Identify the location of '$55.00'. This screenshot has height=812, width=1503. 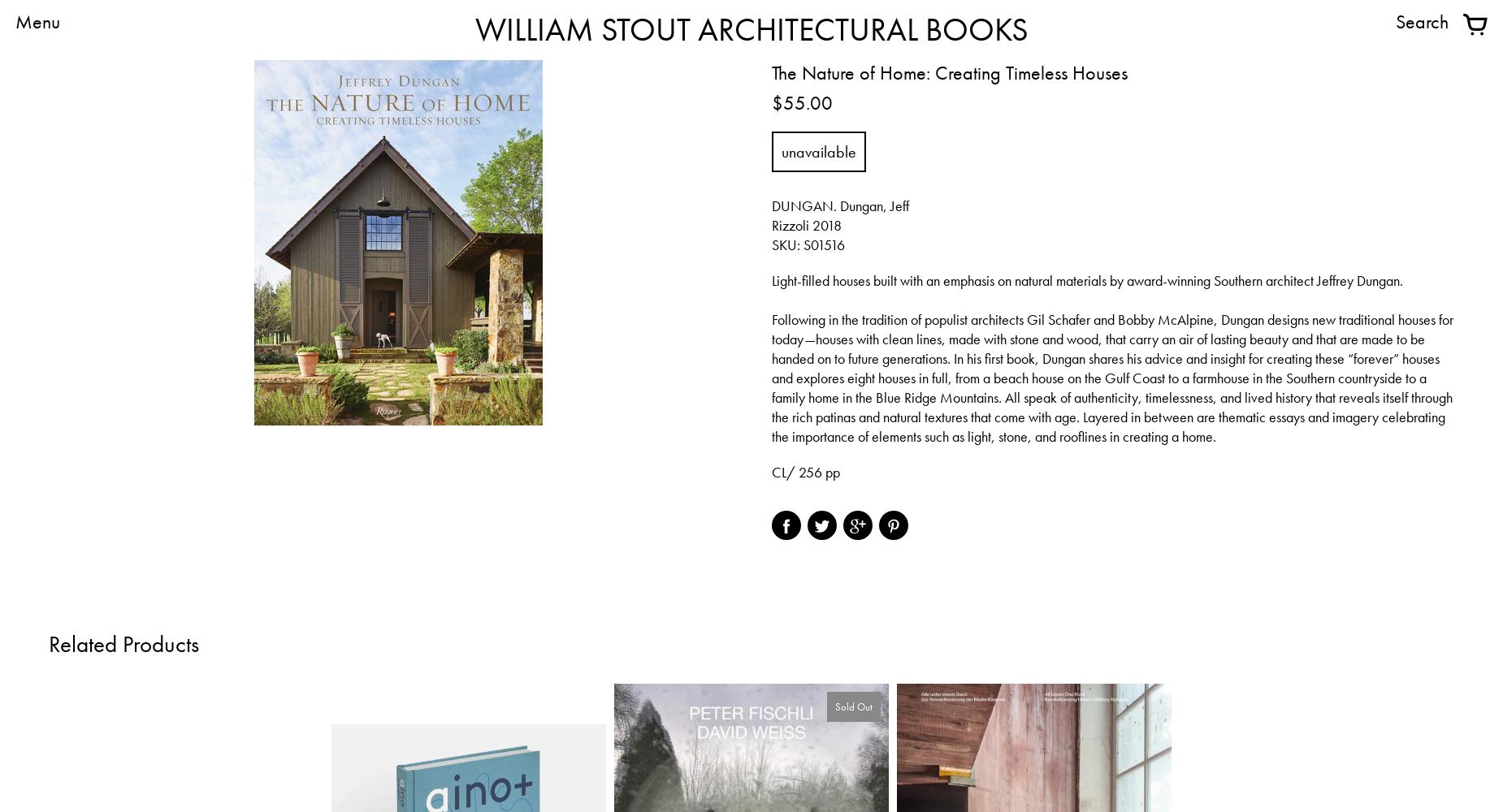
(801, 102).